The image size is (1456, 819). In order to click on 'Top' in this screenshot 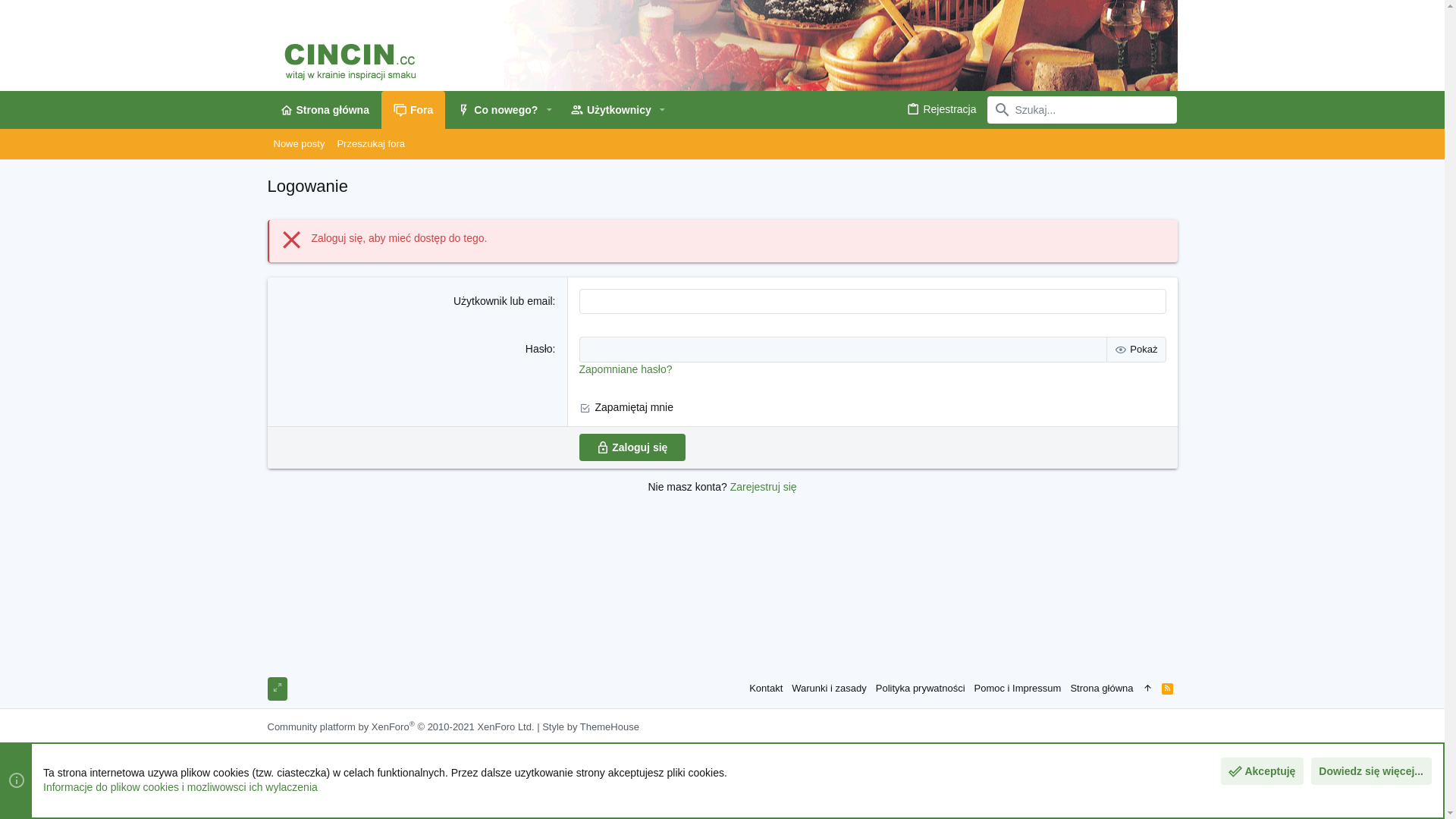, I will do `click(1147, 688)`.